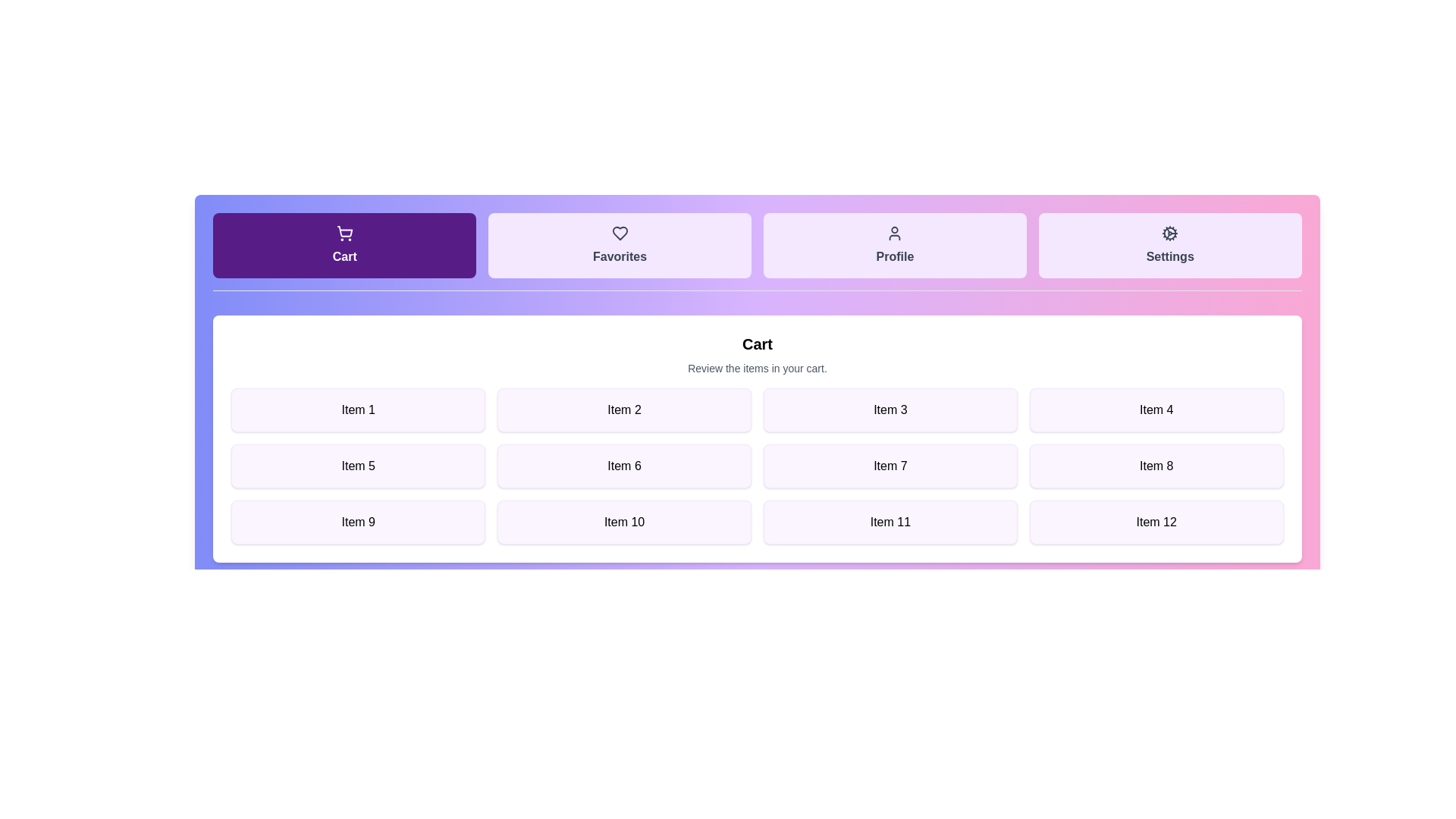  Describe the element at coordinates (344, 245) in the screenshot. I see `the tab labeled Cart` at that location.